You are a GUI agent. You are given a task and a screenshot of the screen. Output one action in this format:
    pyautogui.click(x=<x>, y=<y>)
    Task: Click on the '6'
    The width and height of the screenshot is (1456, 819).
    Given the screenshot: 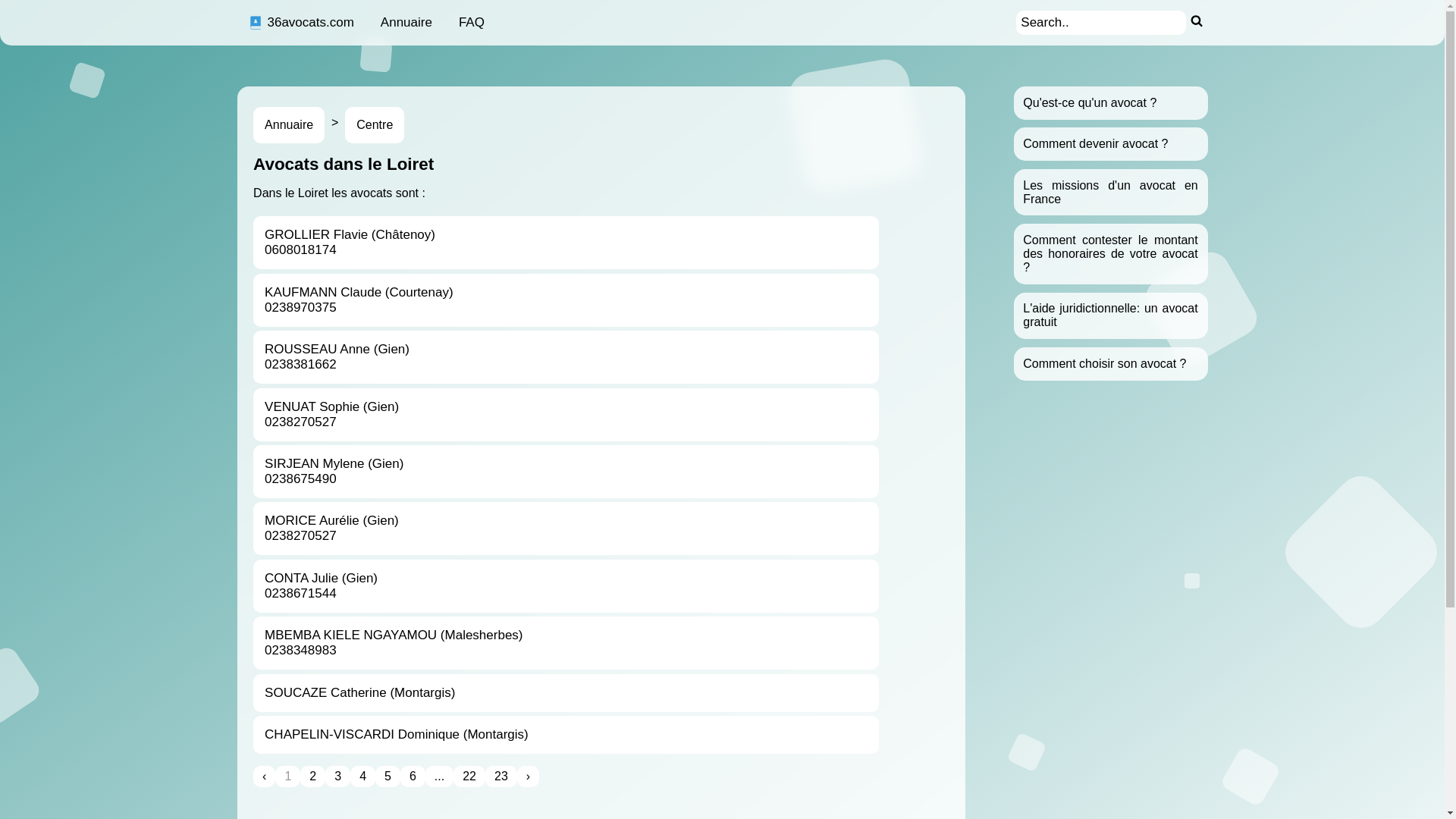 What is the action you would take?
    pyautogui.click(x=413, y=776)
    